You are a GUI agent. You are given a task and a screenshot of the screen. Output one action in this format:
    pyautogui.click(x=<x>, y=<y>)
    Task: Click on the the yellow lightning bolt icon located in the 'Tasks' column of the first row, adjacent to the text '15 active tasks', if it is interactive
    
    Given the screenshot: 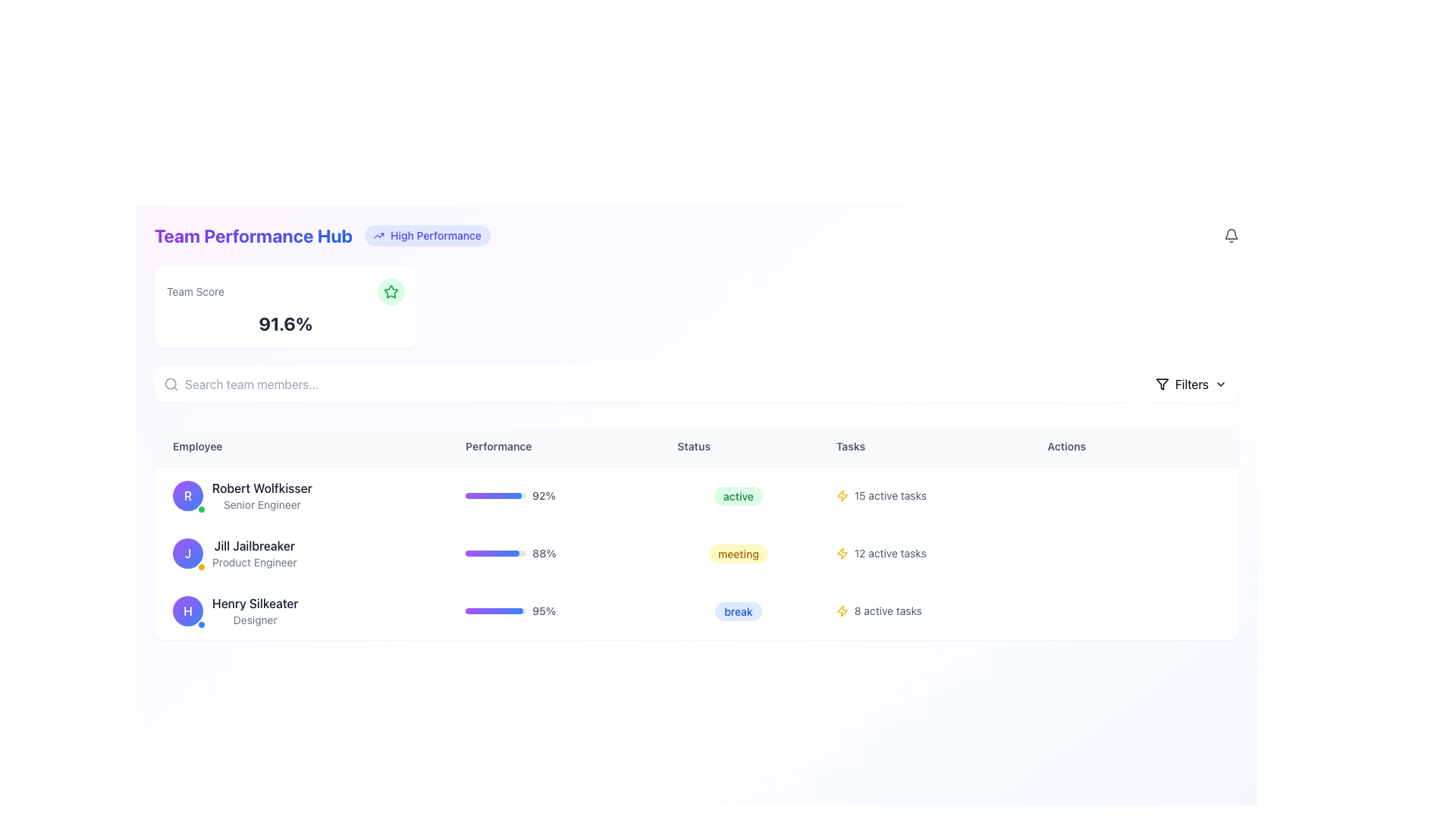 What is the action you would take?
    pyautogui.click(x=841, y=610)
    